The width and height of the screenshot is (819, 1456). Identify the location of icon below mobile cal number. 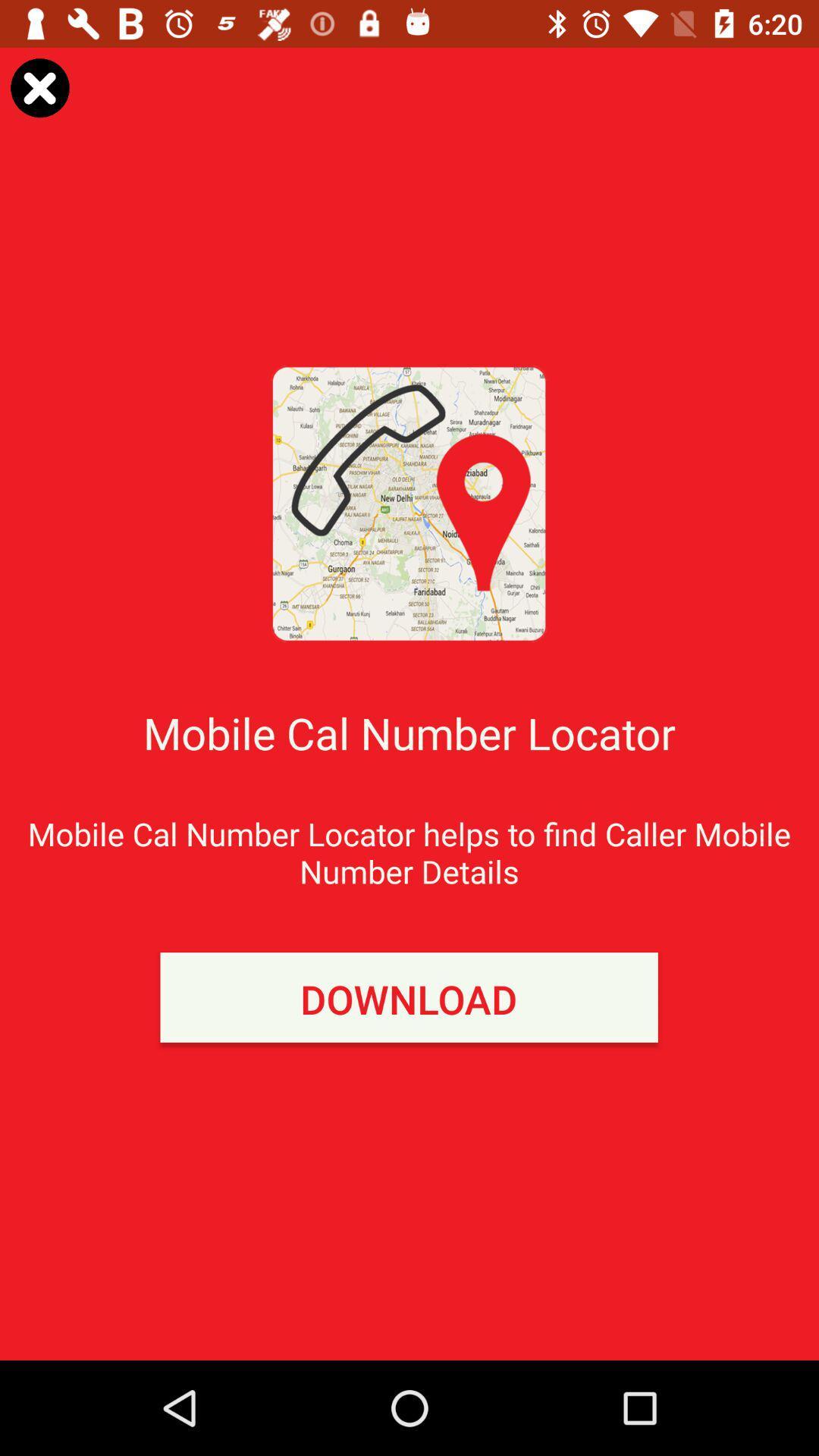
(408, 997).